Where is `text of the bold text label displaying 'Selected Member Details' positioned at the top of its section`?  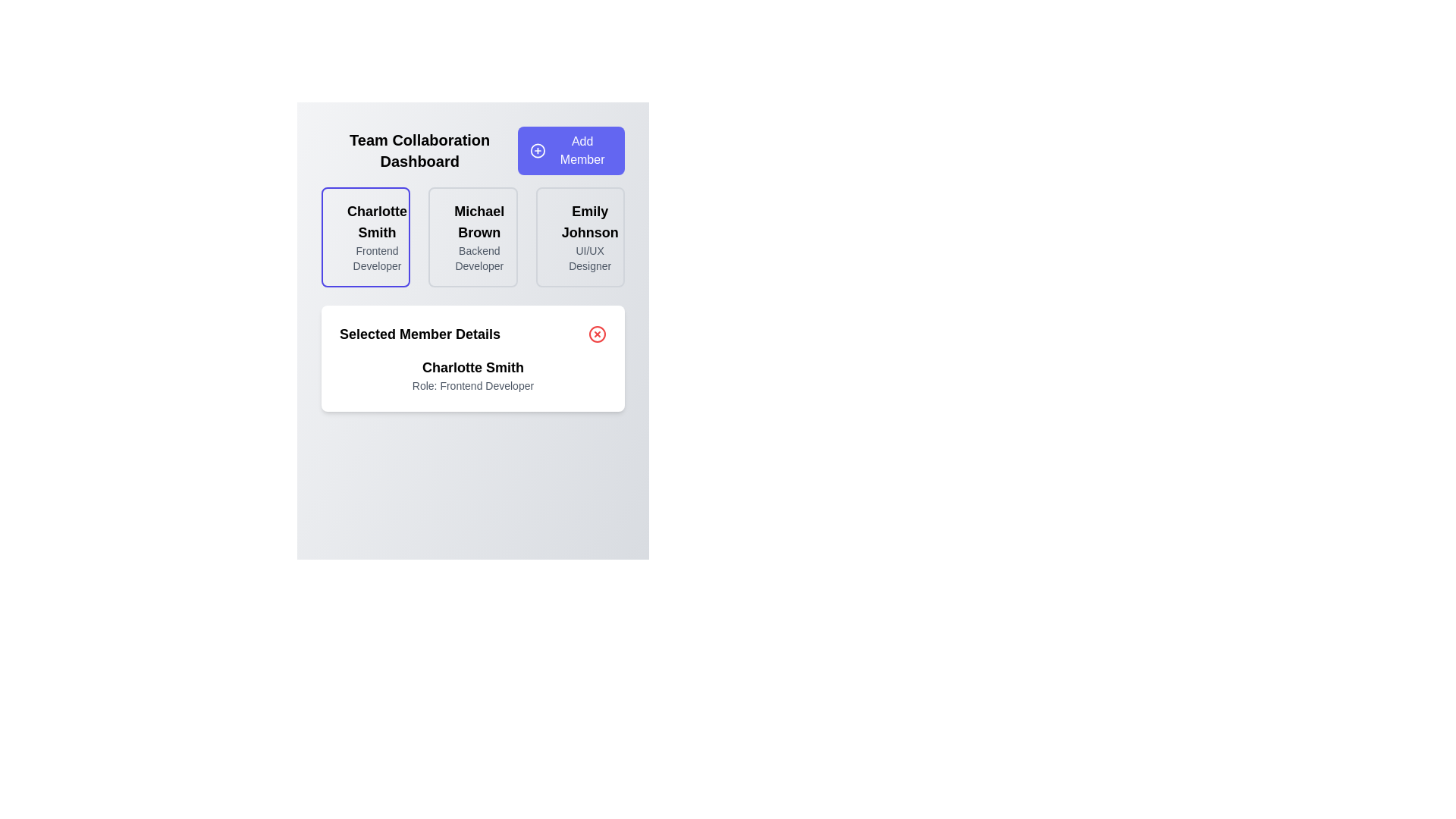 text of the bold text label displaying 'Selected Member Details' positioned at the top of its section is located at coordinates (420, 333).